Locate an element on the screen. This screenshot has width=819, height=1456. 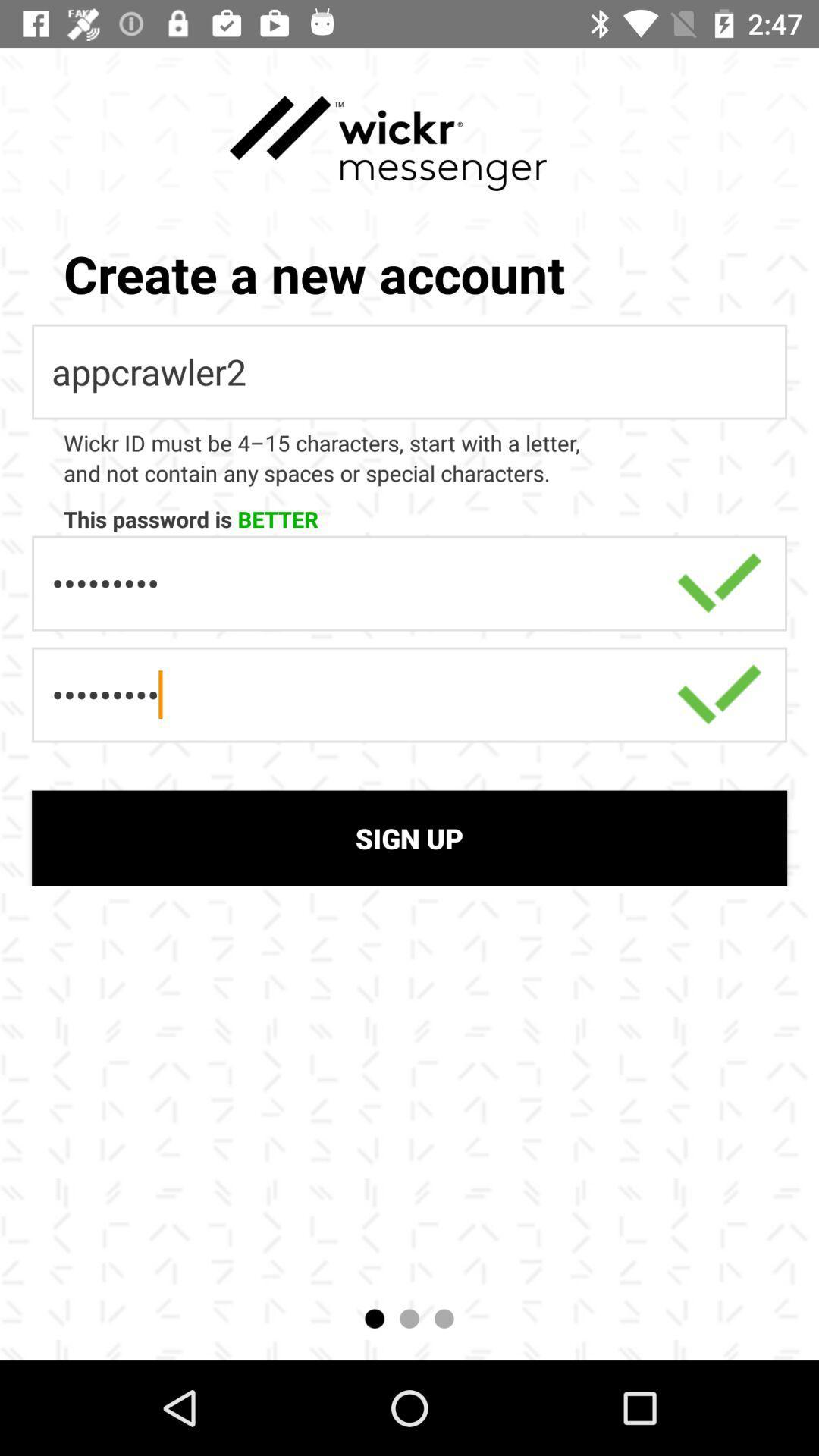
icon below create a new icon is located at coordinates (409, 372).